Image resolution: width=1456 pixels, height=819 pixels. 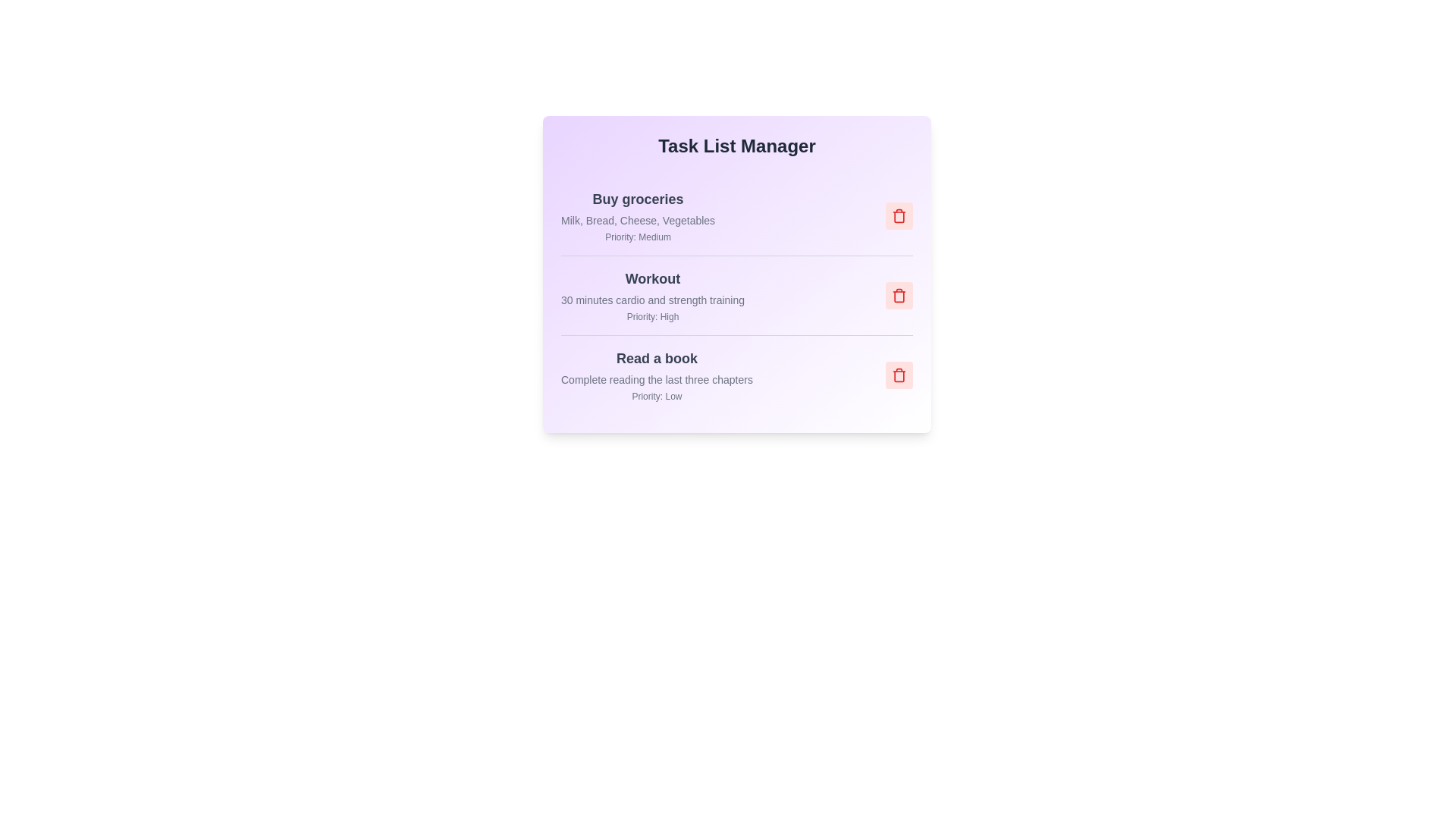 What do you see at coordinates (657, 359) in the screenshot?
I see `the task item with title Read a book` at bounding box center [657, 359].